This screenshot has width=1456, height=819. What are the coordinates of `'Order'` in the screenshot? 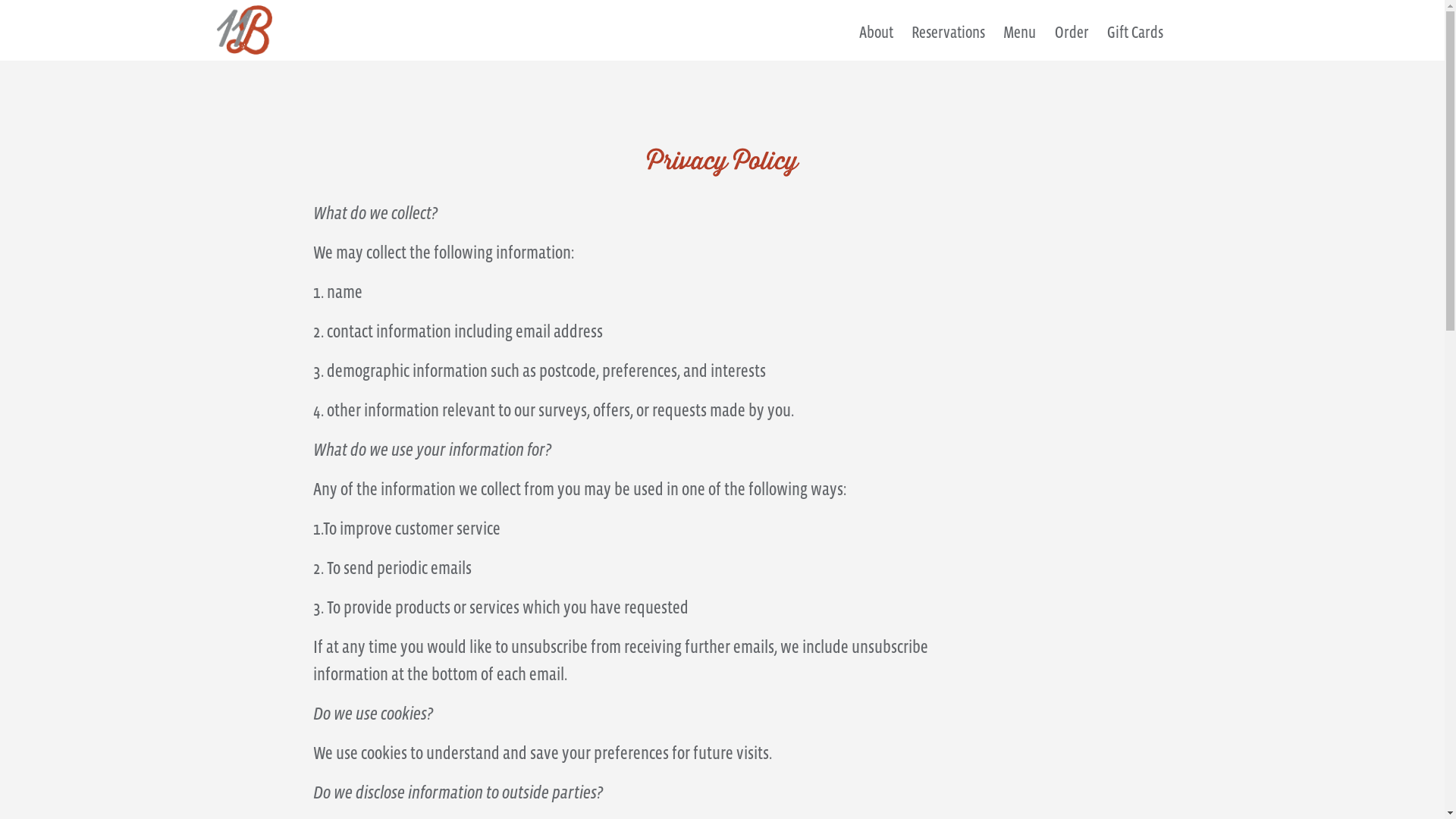 It's located at (1071, 39).